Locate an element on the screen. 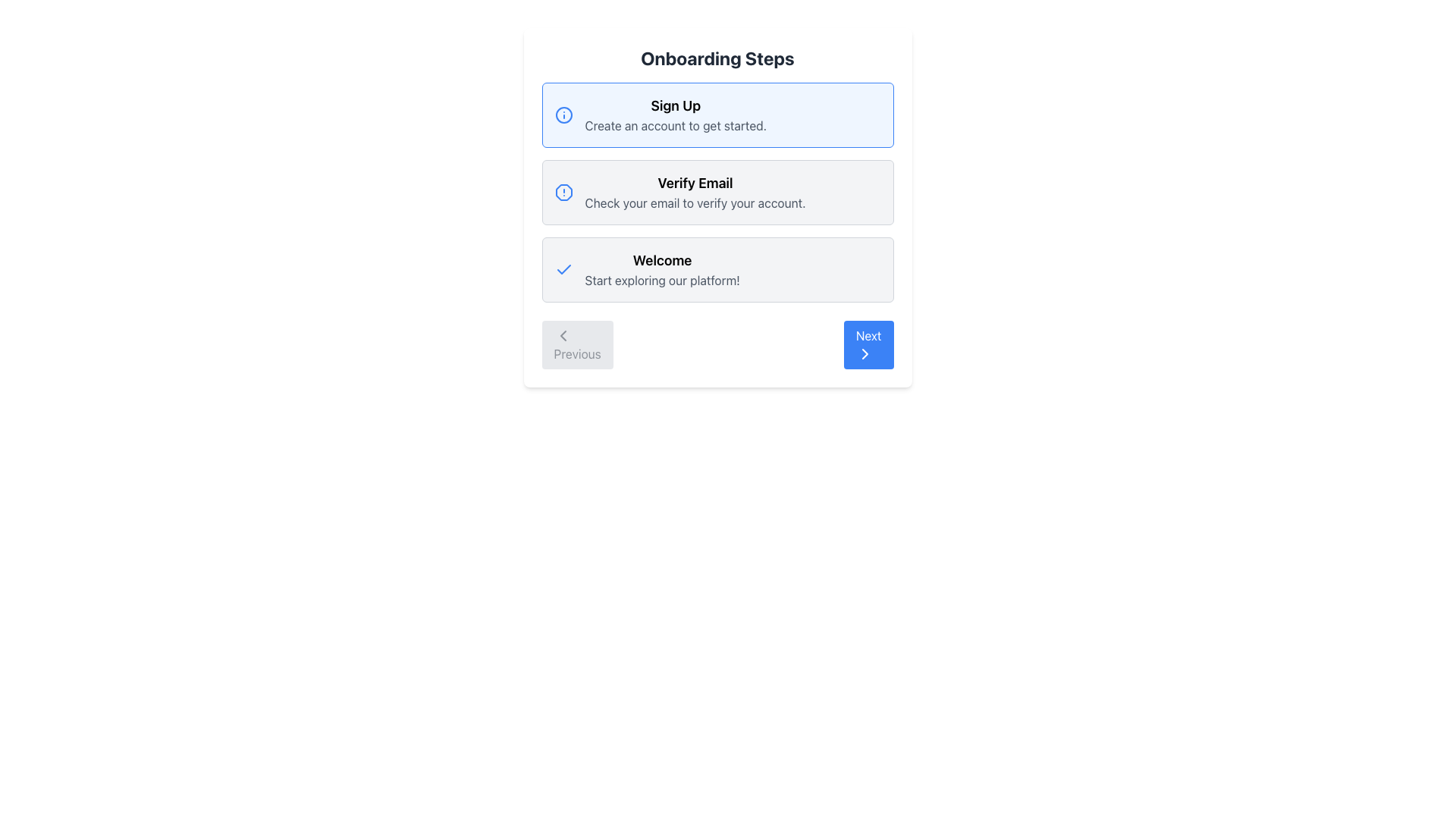 The height and width of the screenshot is (819, 1456). the central circle of the 'Sign Up' icon in the onboarding interface is located at coordinates (563, 114).